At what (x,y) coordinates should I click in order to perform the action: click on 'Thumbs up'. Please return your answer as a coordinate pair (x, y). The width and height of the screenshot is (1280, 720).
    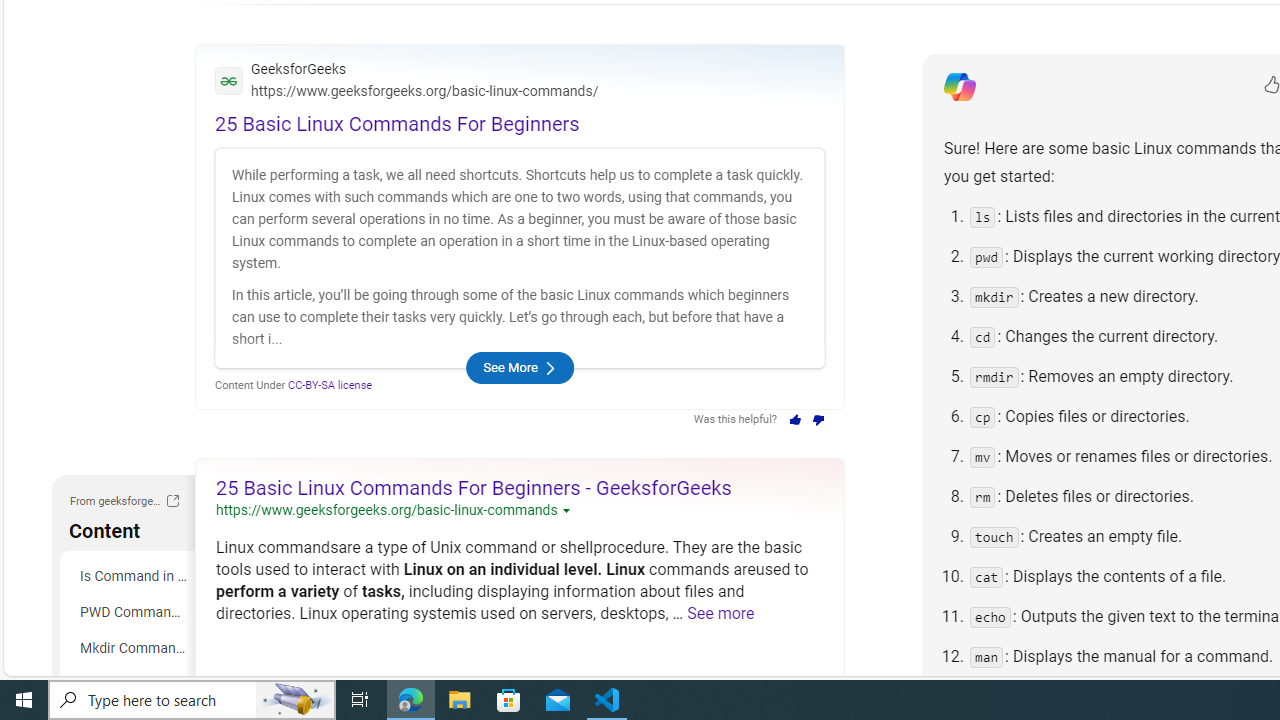
    Looking at the image, I should click on (793, 419).